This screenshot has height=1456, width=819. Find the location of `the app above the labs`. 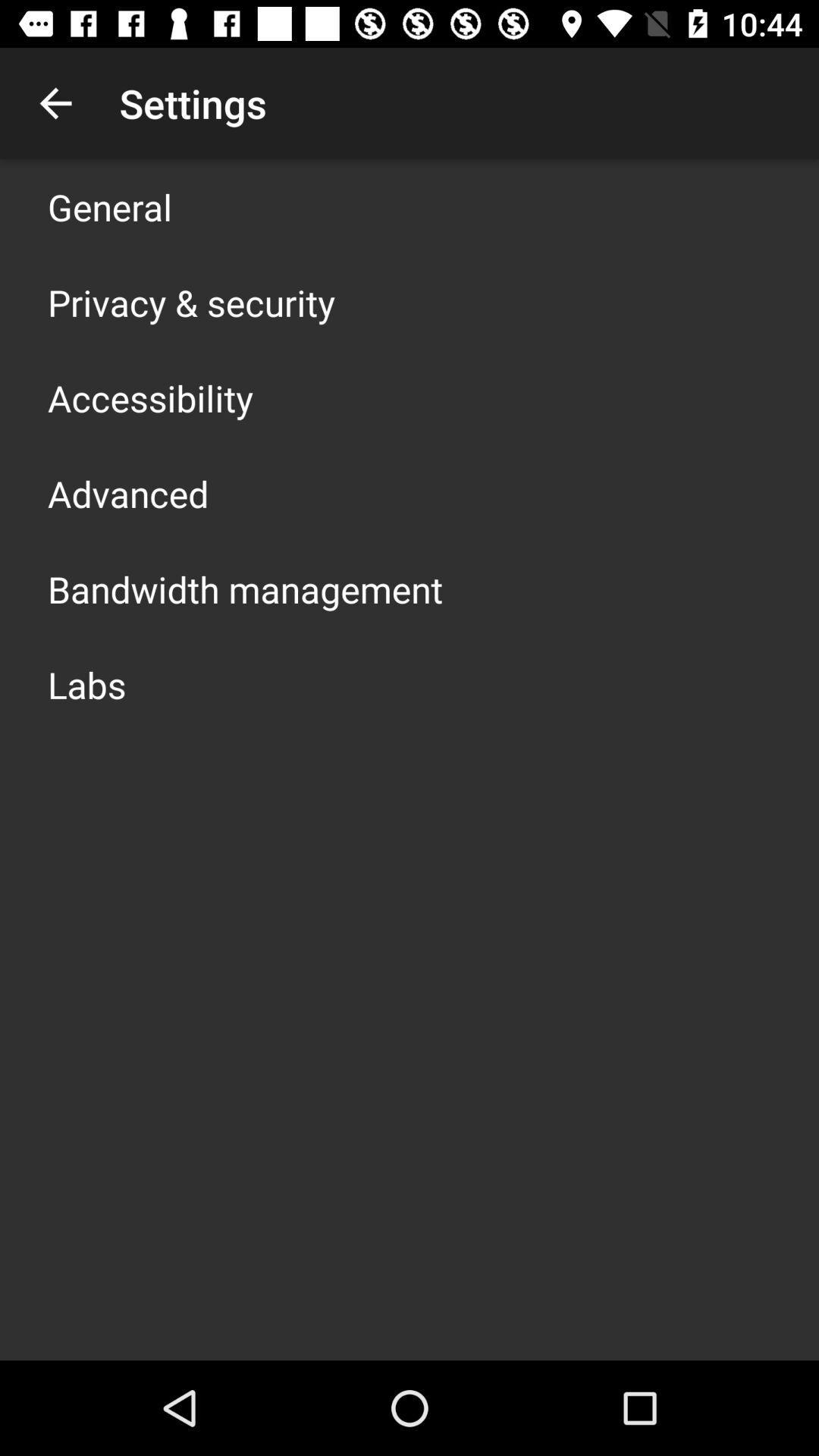

the app above the labs is located at coordinates (244, 588).